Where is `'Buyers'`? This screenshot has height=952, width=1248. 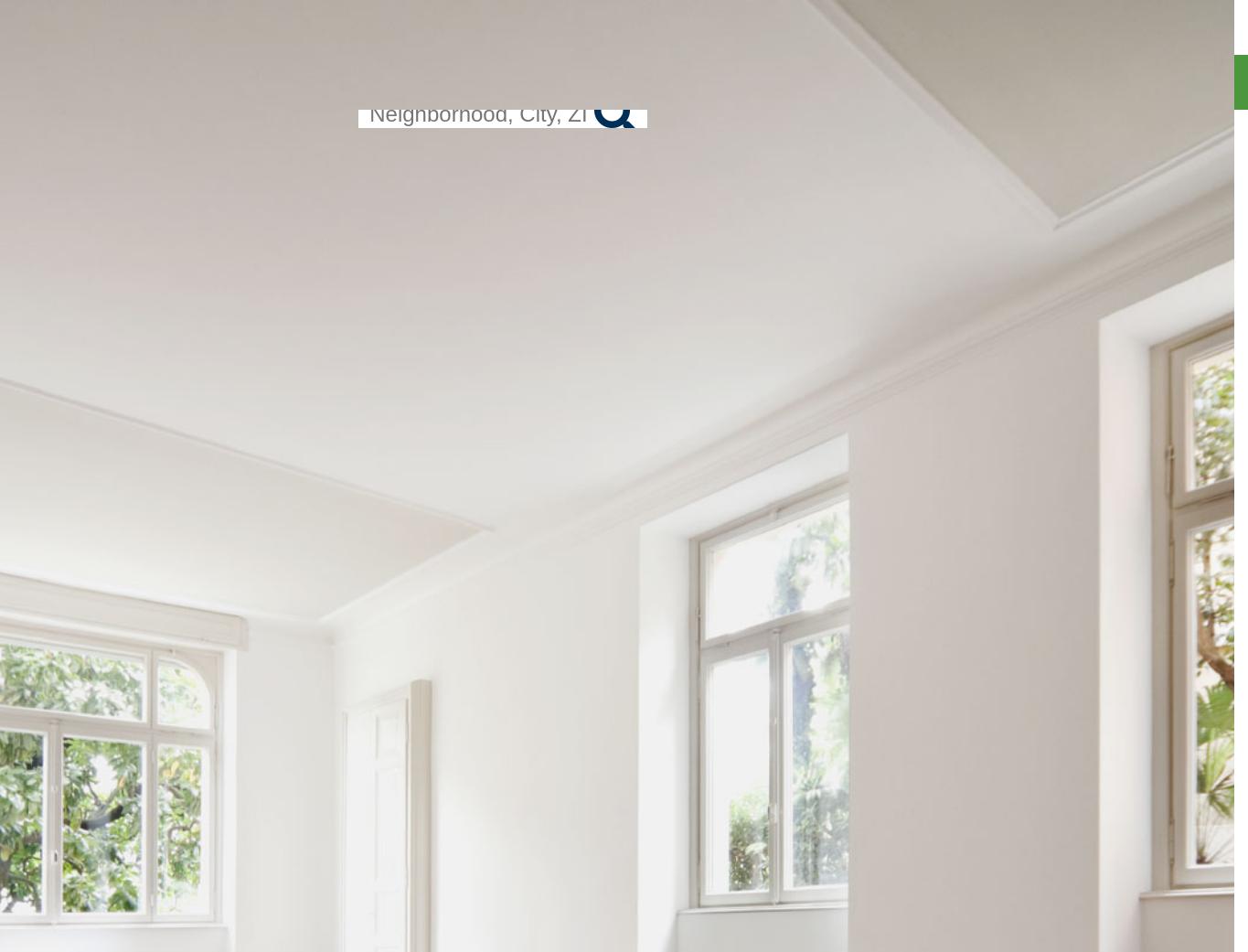
'Buyers' is located at coordinates (1177, 117).